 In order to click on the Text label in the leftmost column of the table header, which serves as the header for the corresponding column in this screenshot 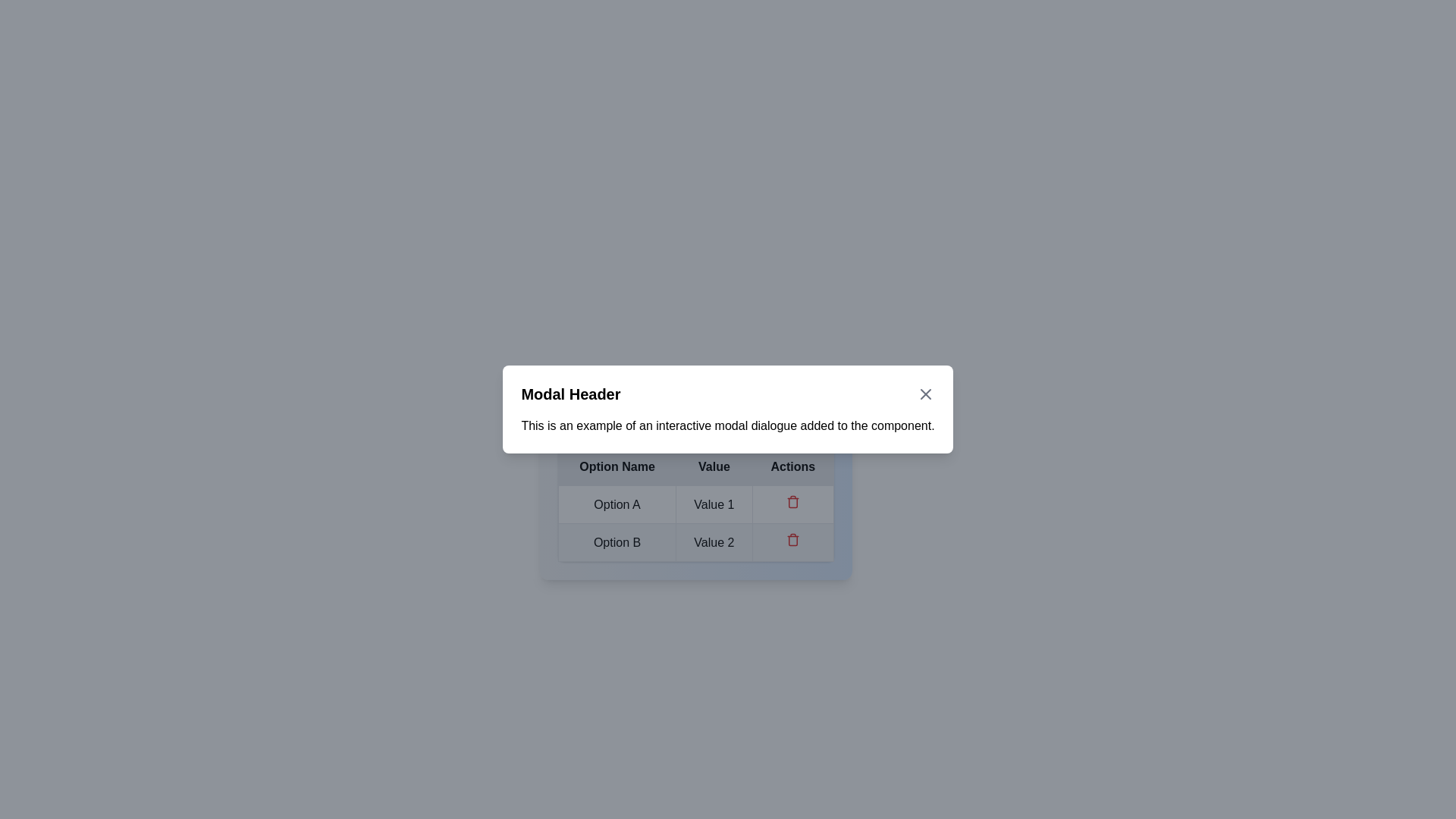, I will do `click(617, 466)`.